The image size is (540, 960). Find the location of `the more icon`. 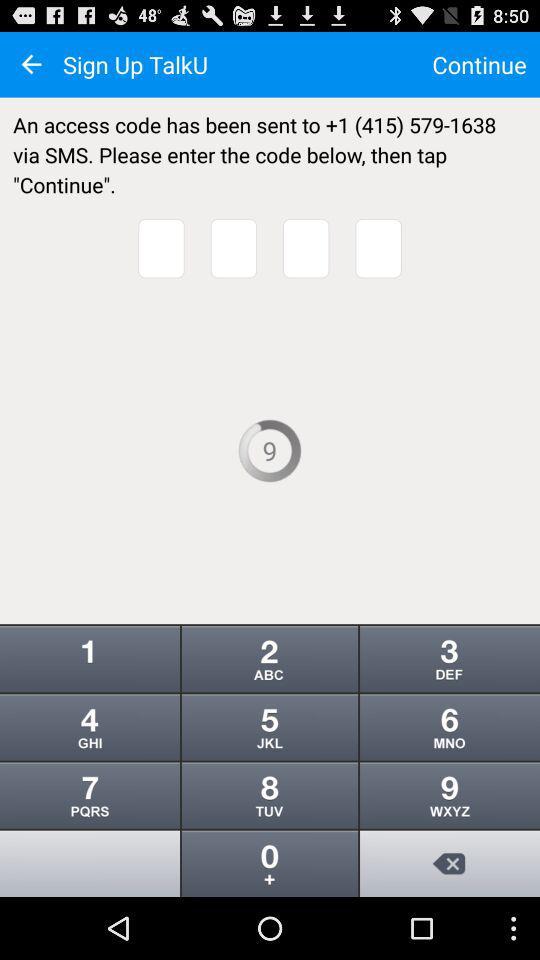

the more icon is located at coordinates (449, 705).